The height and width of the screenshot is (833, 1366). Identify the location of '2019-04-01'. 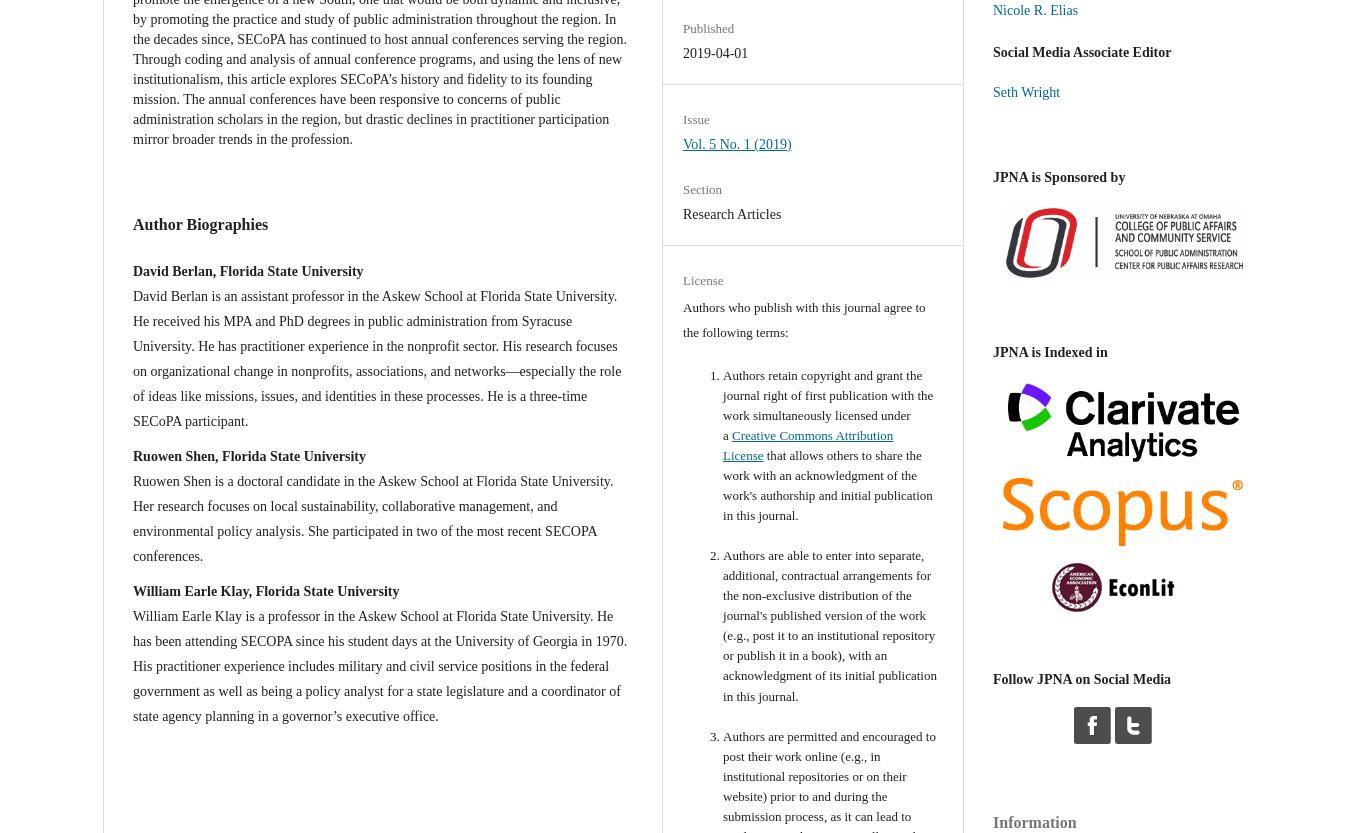
(715, 53).